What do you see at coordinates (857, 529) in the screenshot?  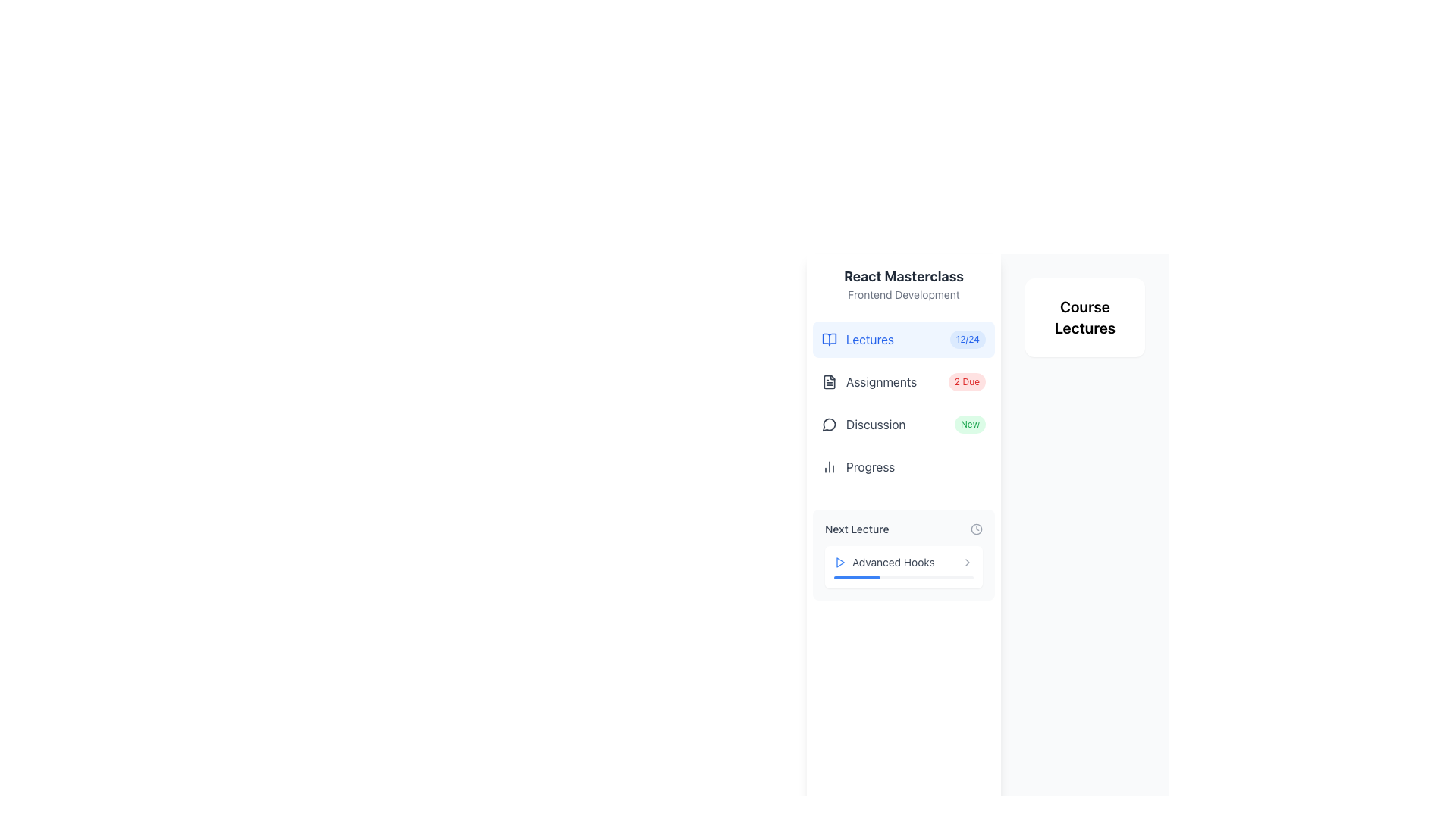 I see `the Text Label indicating the next lecture in the sidebar of the course interface, located below the navigation items like 'Lectures' and 'Assignments.'` at bounding box center [857, 529].